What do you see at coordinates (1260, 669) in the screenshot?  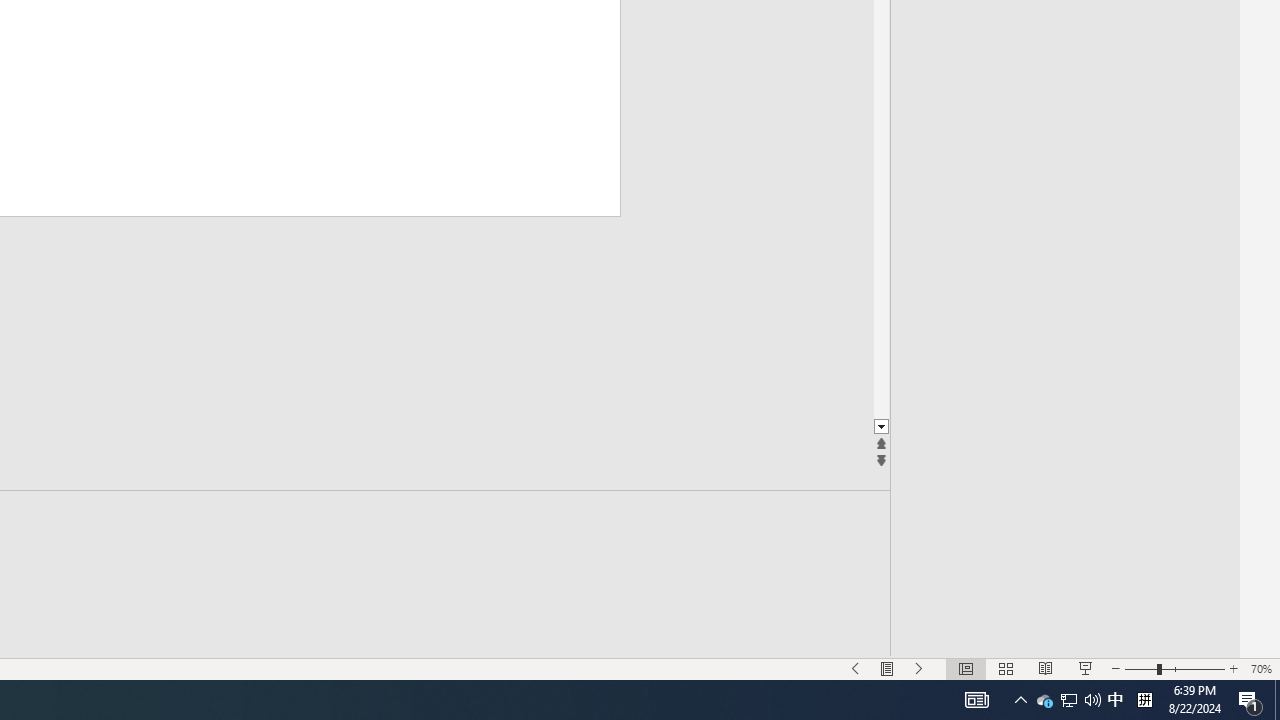 I see `'Zoom 70%'` at bounding box center [1260, 669].